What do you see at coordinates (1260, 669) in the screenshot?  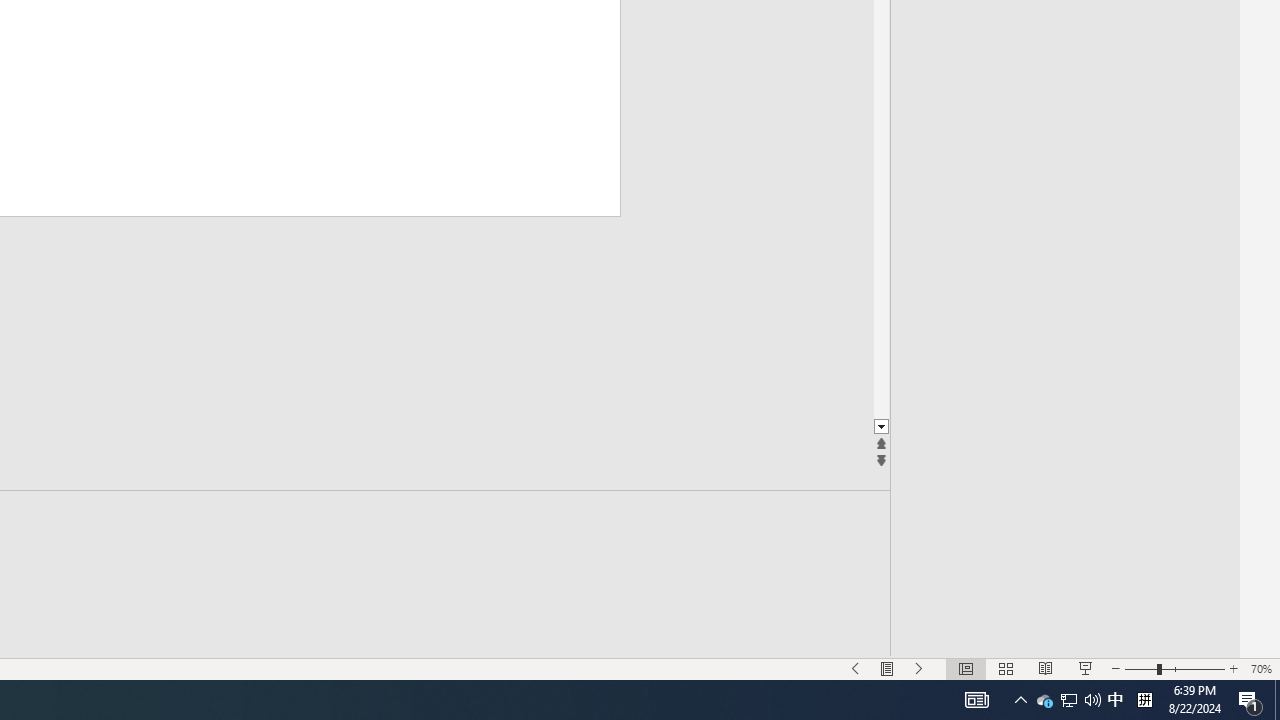 I see `'Zoom 70%'` at bounding box center [1260, 669].